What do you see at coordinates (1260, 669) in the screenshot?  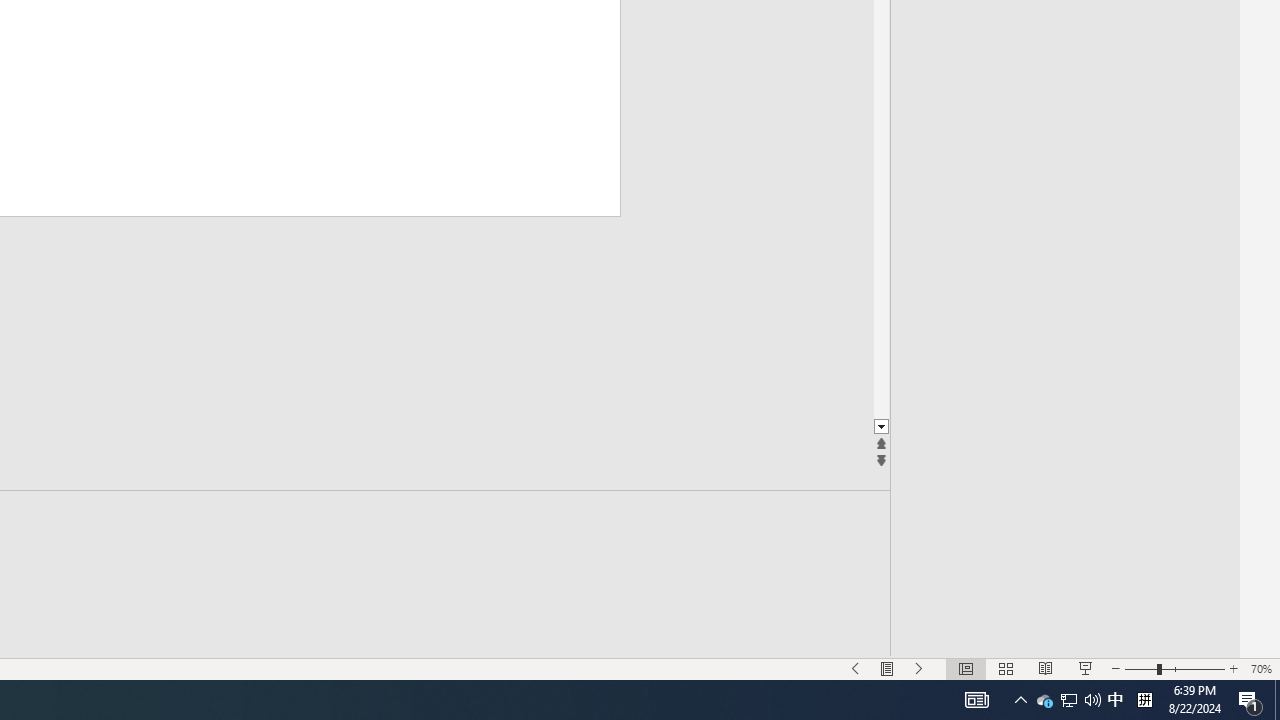 I see `'Zoom 70%'` at bounding box center [1260, 669].